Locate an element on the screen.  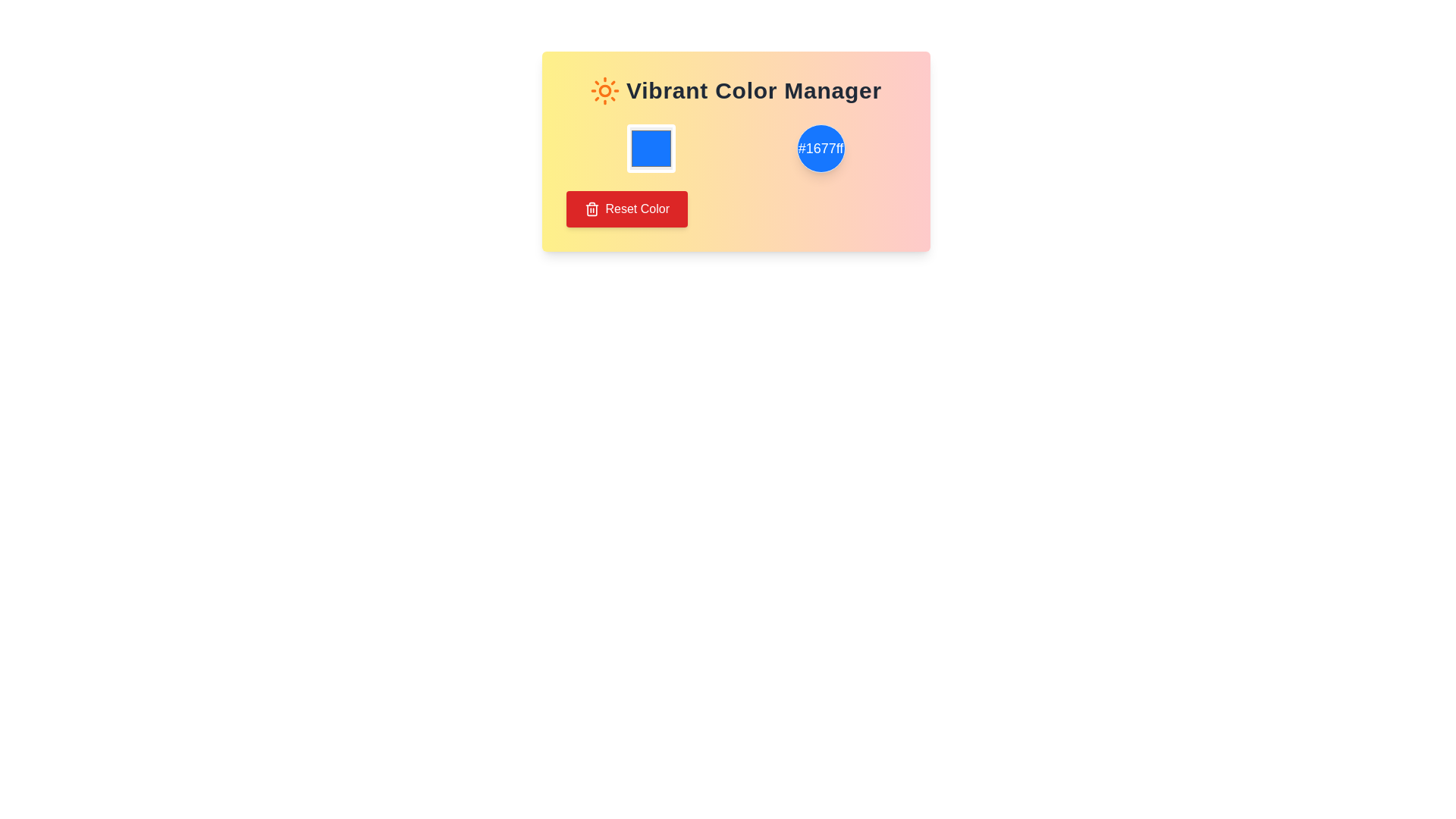
the orange sun icon located at the top-left corner of the 'Vibrant Color Manager' card, positioned to the left of the text 'Vibrant Color Manager' is located at coordinates (604, 90).